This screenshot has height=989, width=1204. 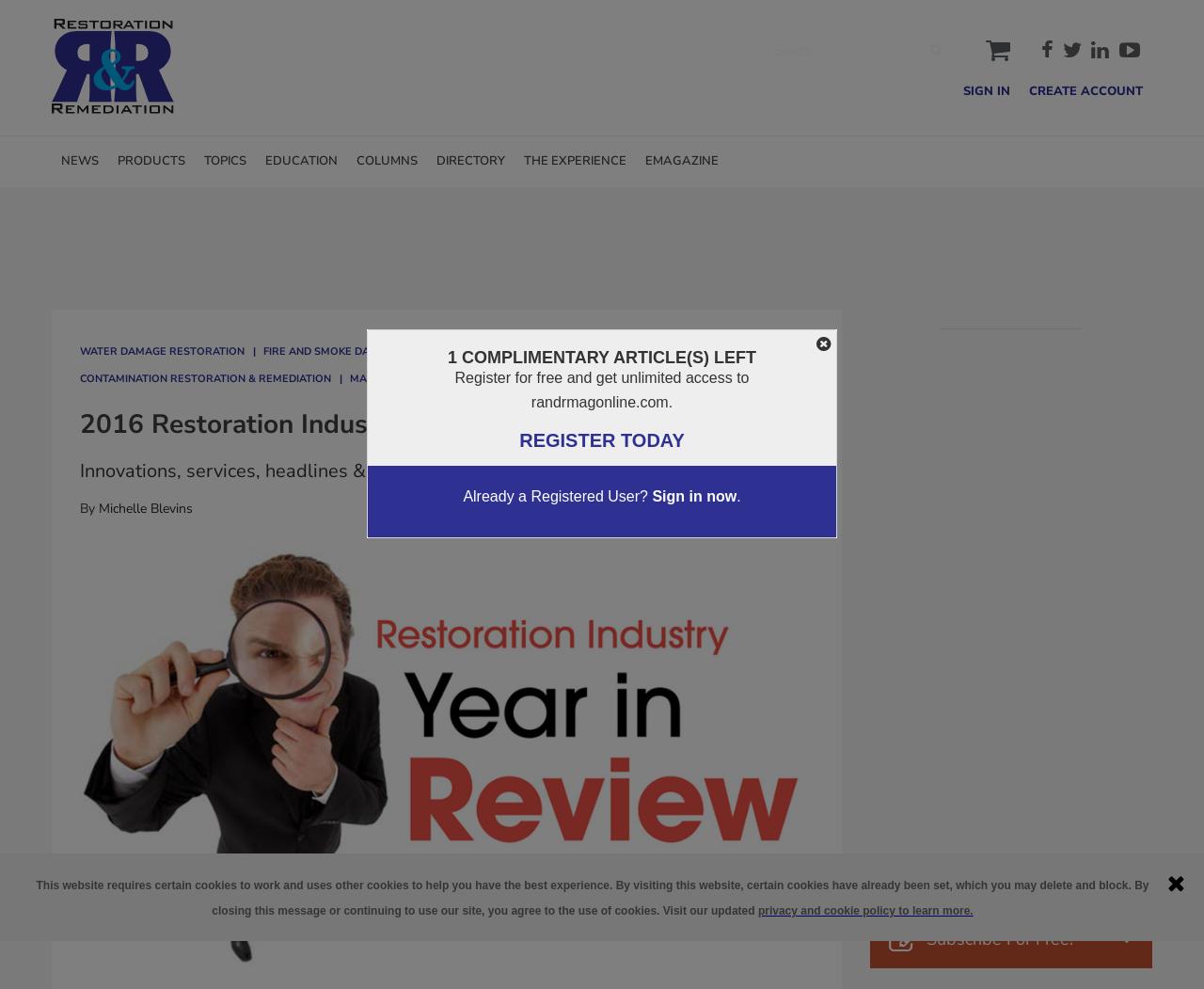 What do you see at coordinates (574, 160) in the screenshot?
I see `'THE EXPERIENCE'` at bounding box center [574, 160].